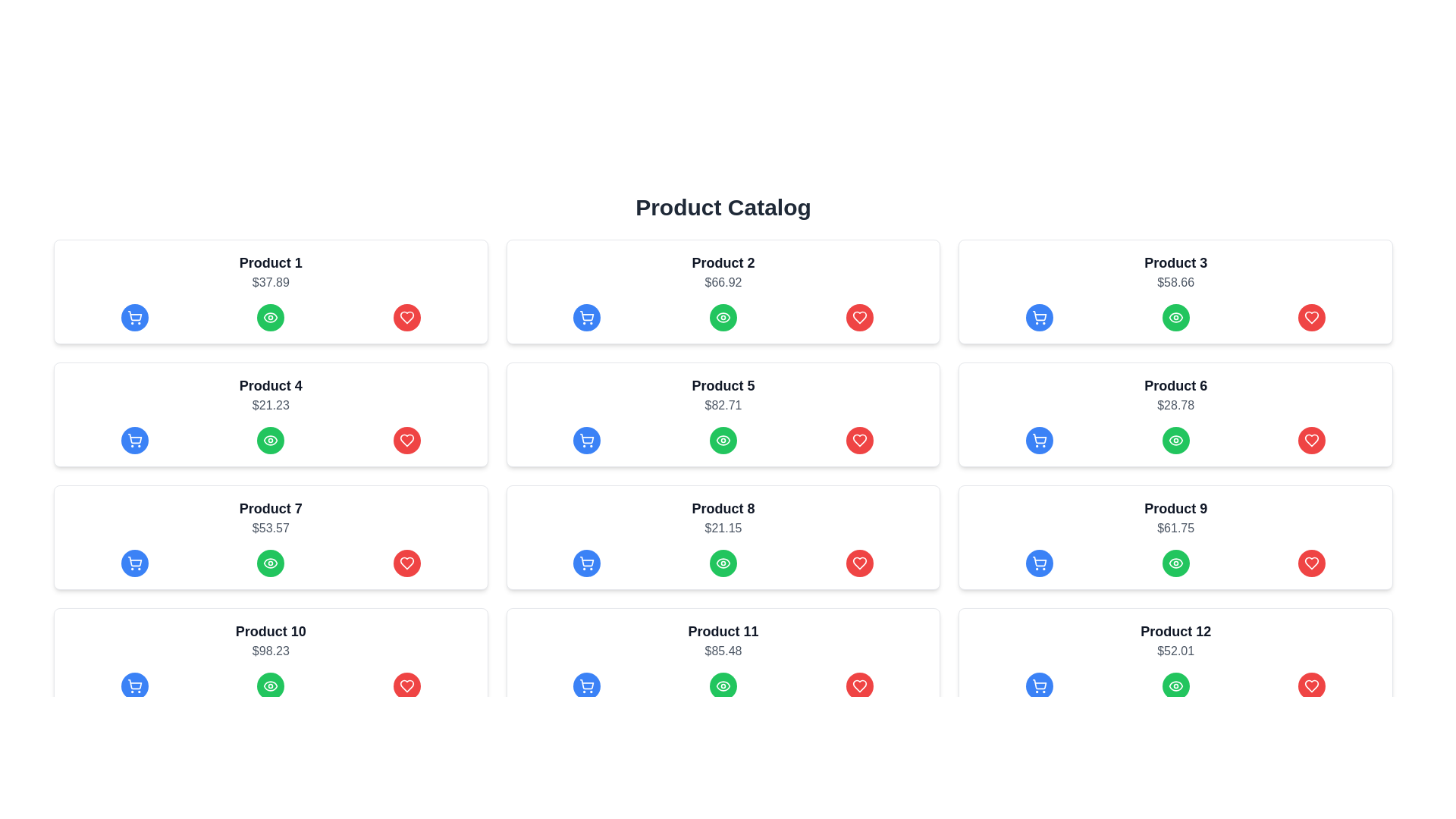 The image size is (1456, 819). I want to click on the blue circular button for 'Product 5', so click(586, 441).